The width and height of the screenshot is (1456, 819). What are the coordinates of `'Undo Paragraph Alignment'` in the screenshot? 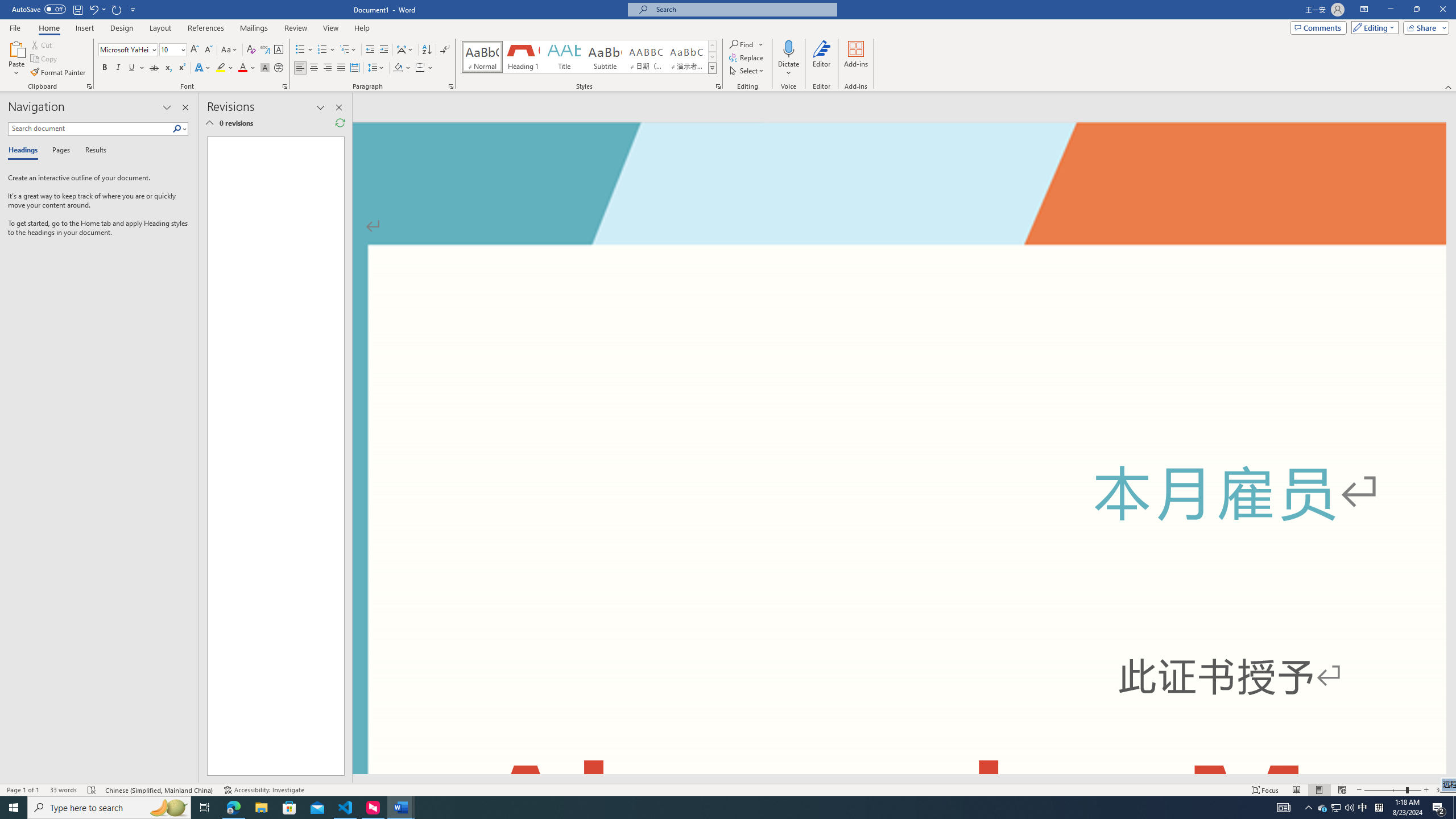 It's located at (93, 9).